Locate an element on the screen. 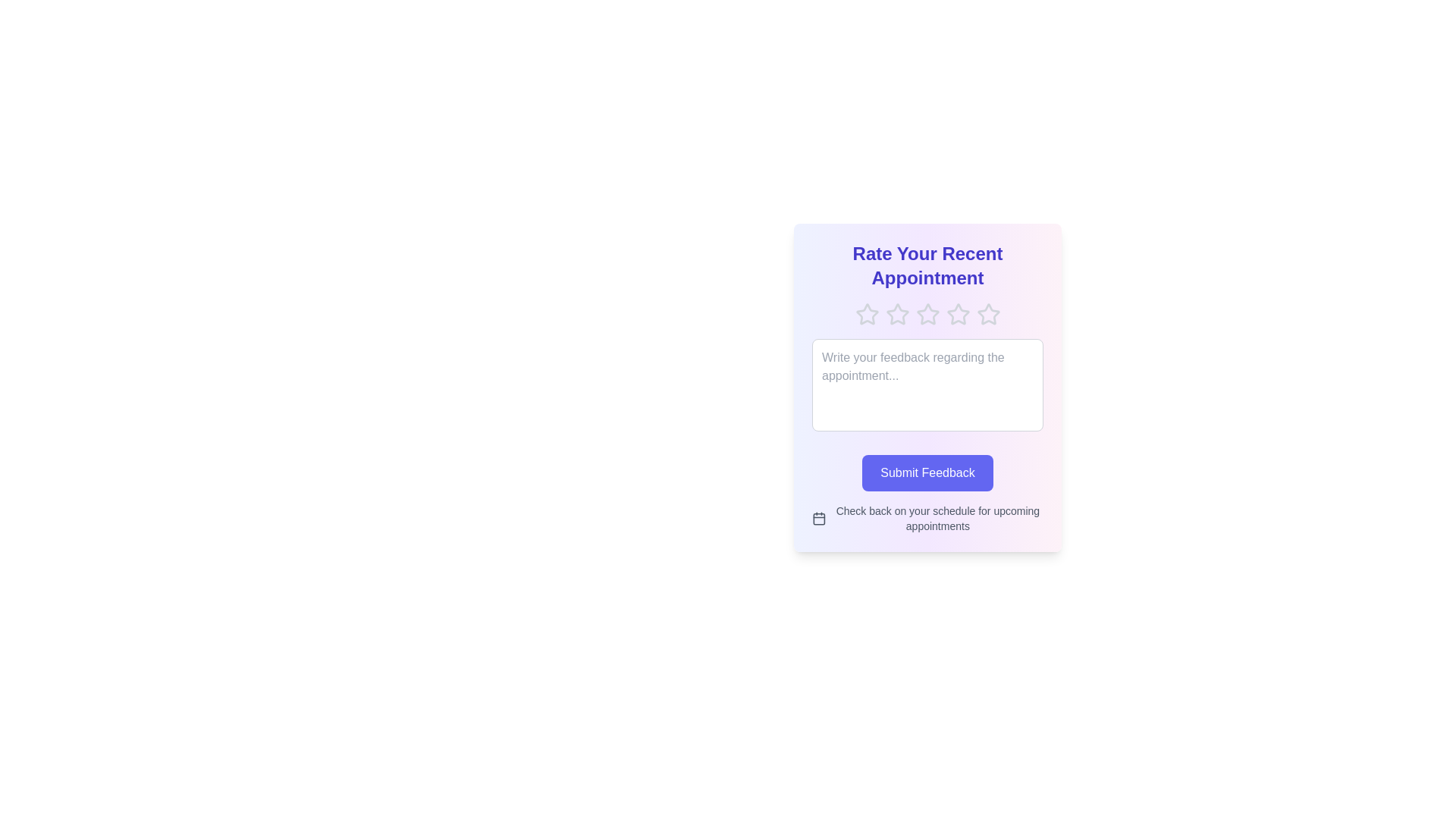  the star corresponding to 2 to preview the rating is located at coordinates (897, 314).